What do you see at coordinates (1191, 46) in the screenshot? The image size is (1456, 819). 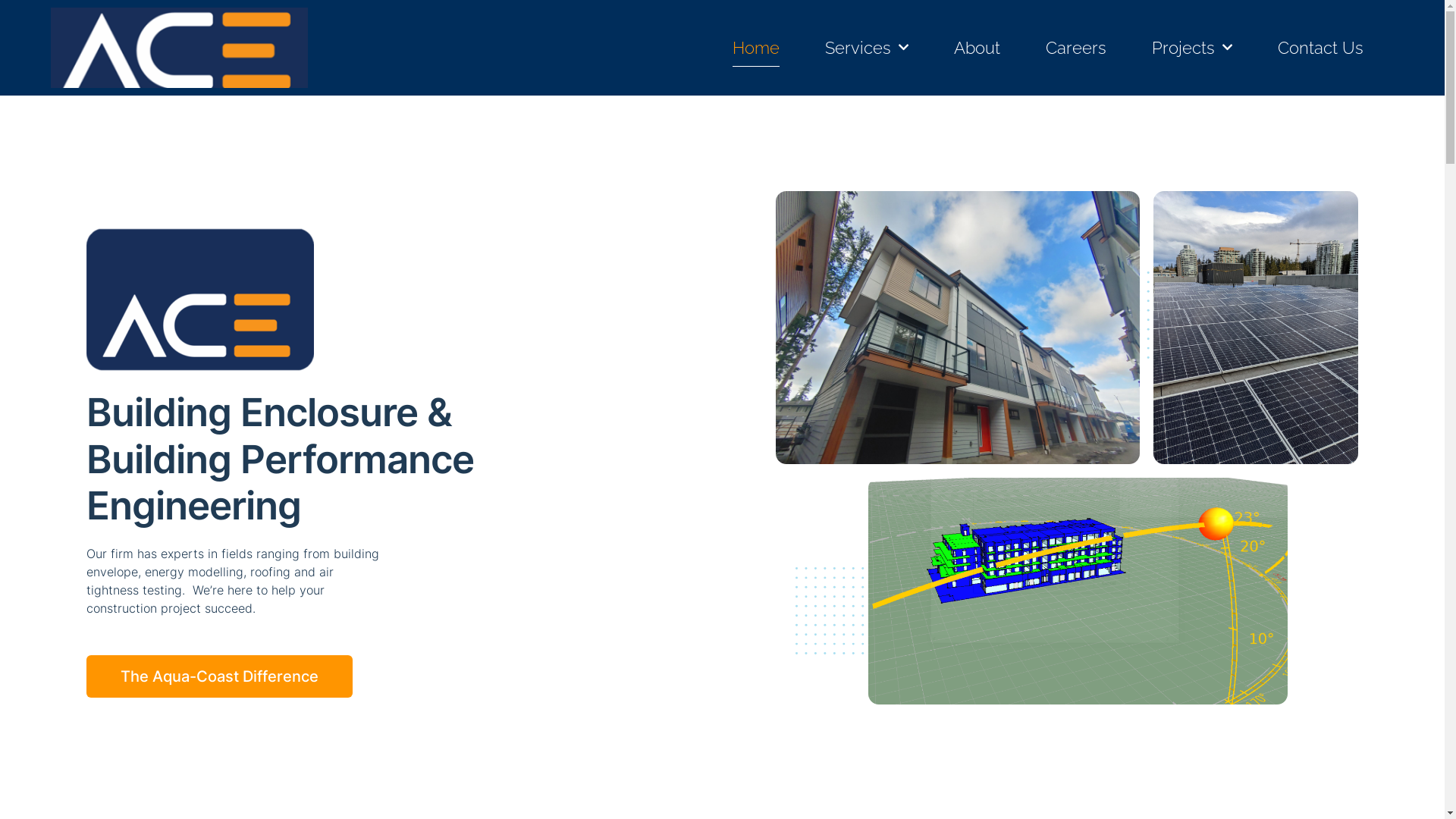 I see `'Projects'` at bounding box center [1191, 46].